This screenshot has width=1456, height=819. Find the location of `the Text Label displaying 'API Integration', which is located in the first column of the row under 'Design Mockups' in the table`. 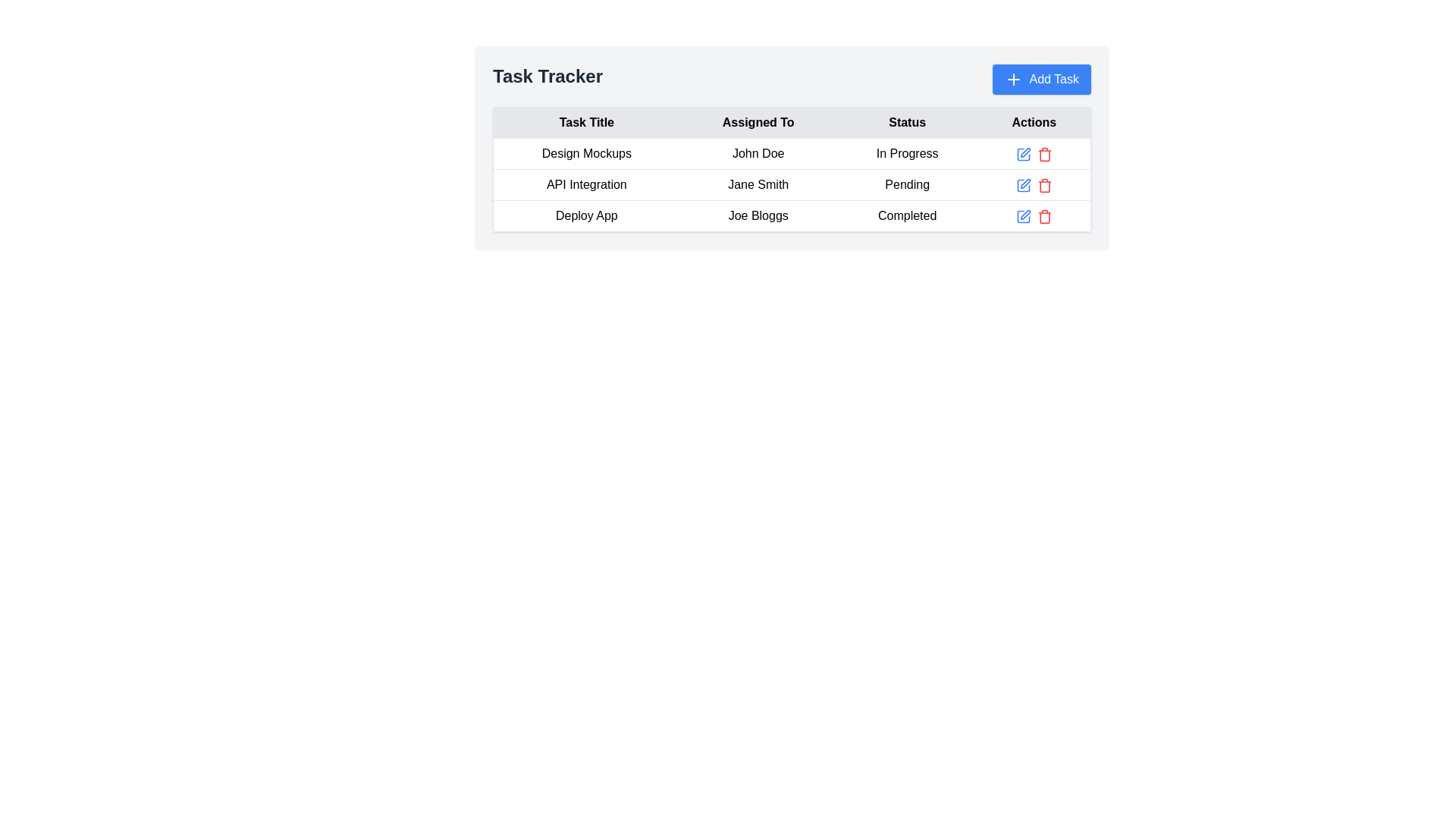

the Text Label displaying 'API Integration', which is located in the first column of the row under 'Design Mockups' in the table is located at coordinates (585, 184).